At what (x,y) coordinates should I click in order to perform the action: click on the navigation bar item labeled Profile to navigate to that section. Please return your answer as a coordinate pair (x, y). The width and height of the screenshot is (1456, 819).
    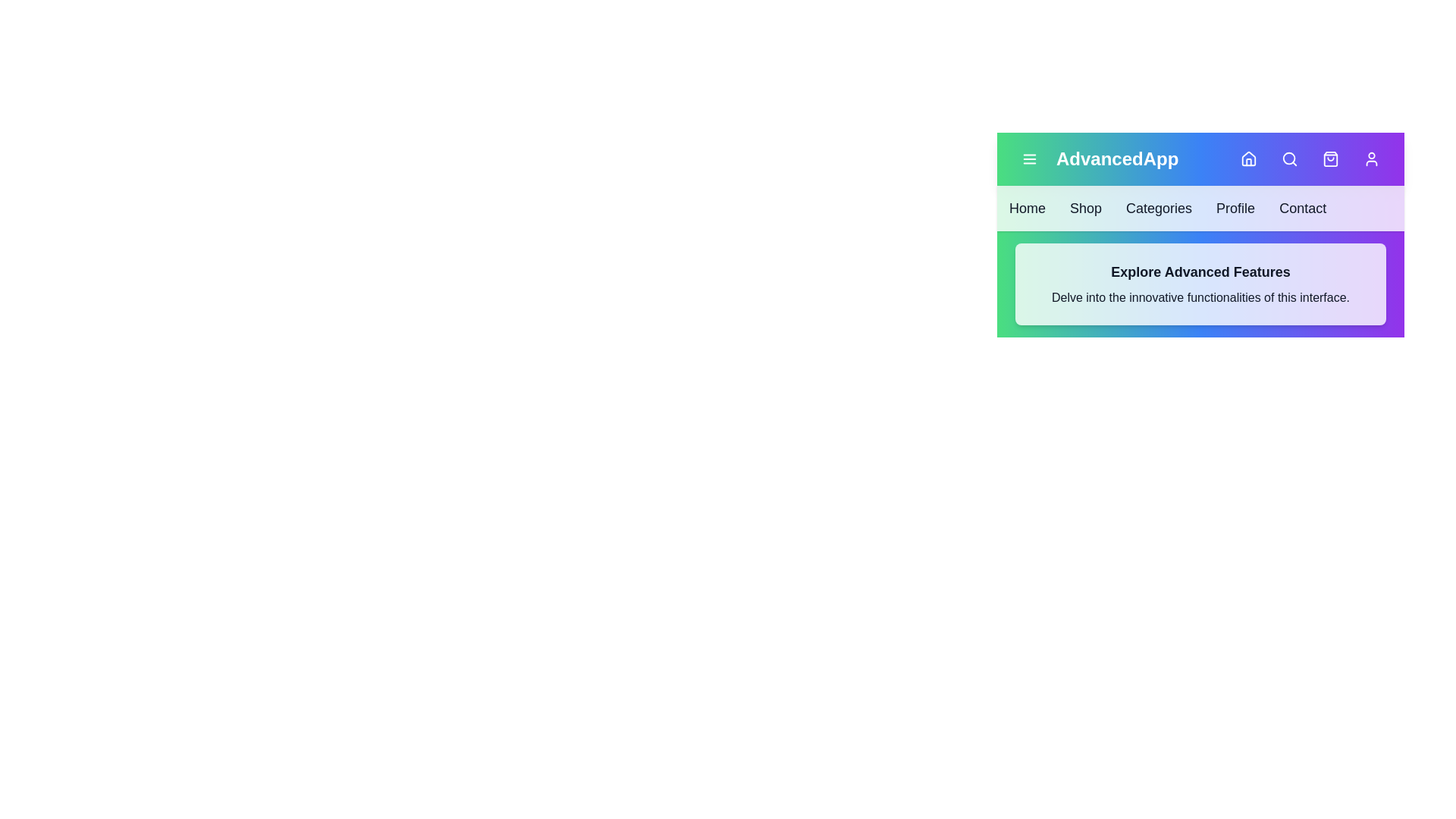
    Looking at the image, I should click on (1235, 208).